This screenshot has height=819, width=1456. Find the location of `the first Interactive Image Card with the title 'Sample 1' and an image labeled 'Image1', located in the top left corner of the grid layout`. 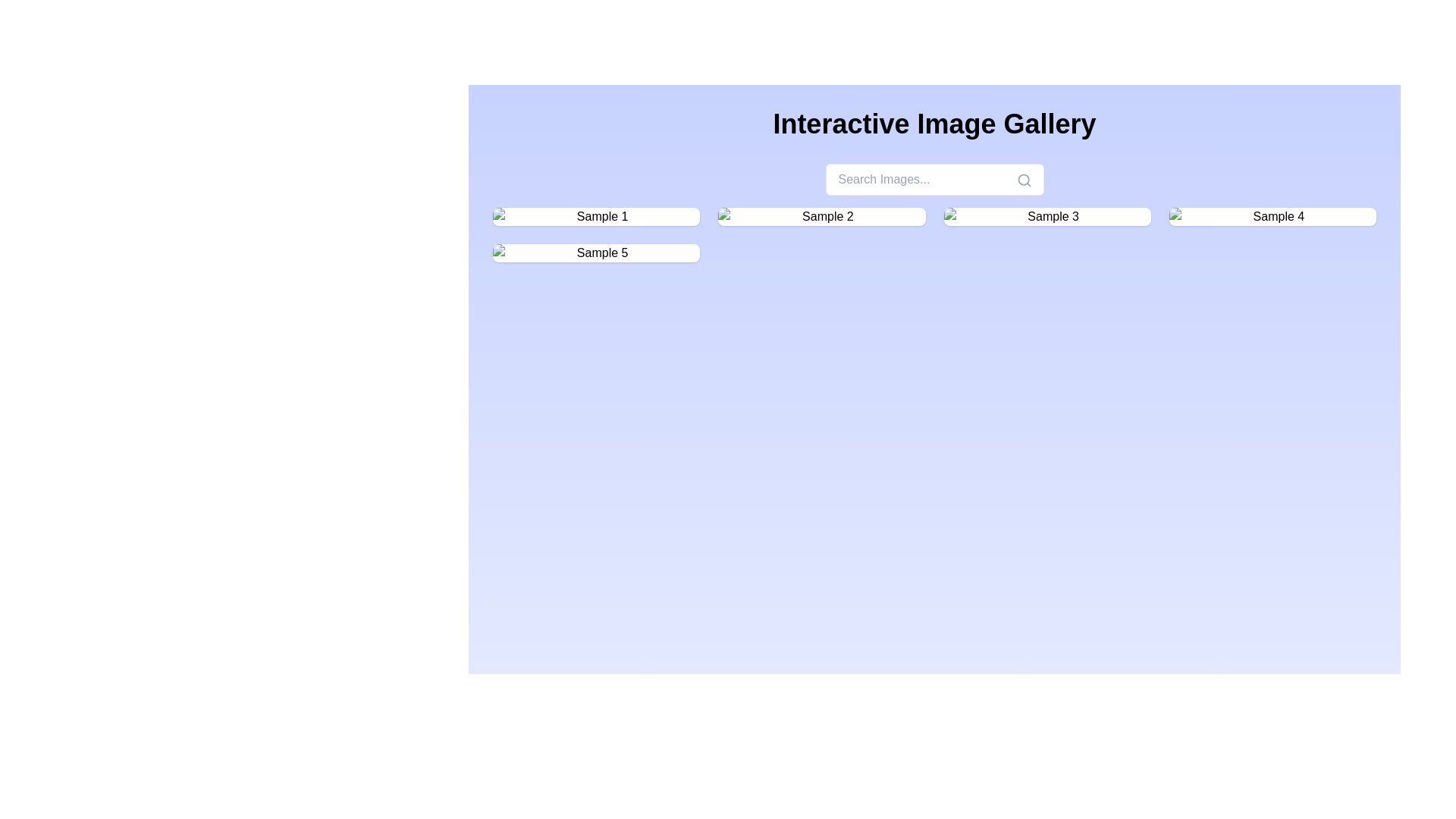

the first Interactive Image Card with the title 'Sample 1' and an image labeled 'Image1', located in the top left corner of the grid layout is located at coordinates (595, 216).